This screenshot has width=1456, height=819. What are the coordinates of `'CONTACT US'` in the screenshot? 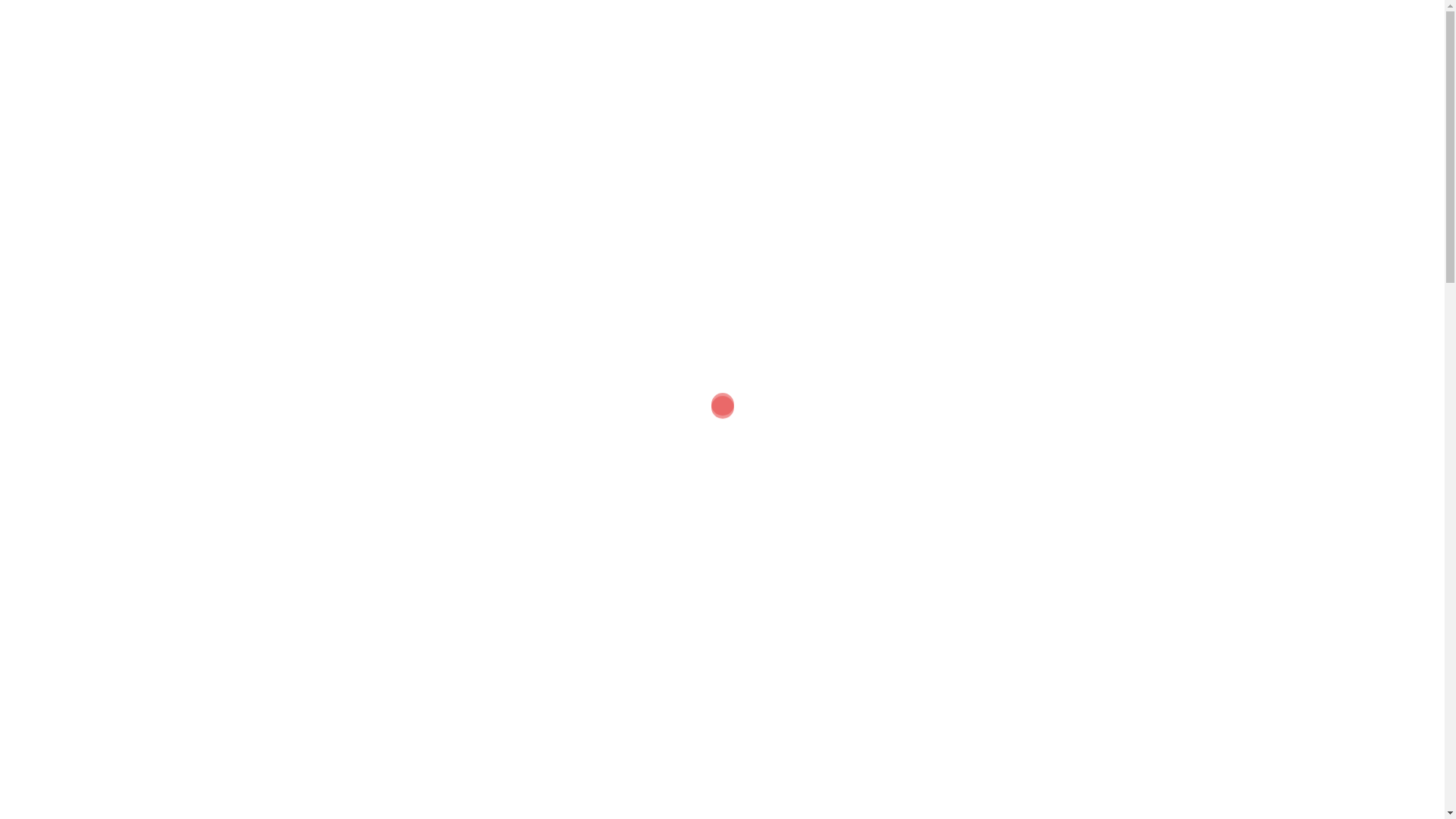 It's located at (1058, 71).